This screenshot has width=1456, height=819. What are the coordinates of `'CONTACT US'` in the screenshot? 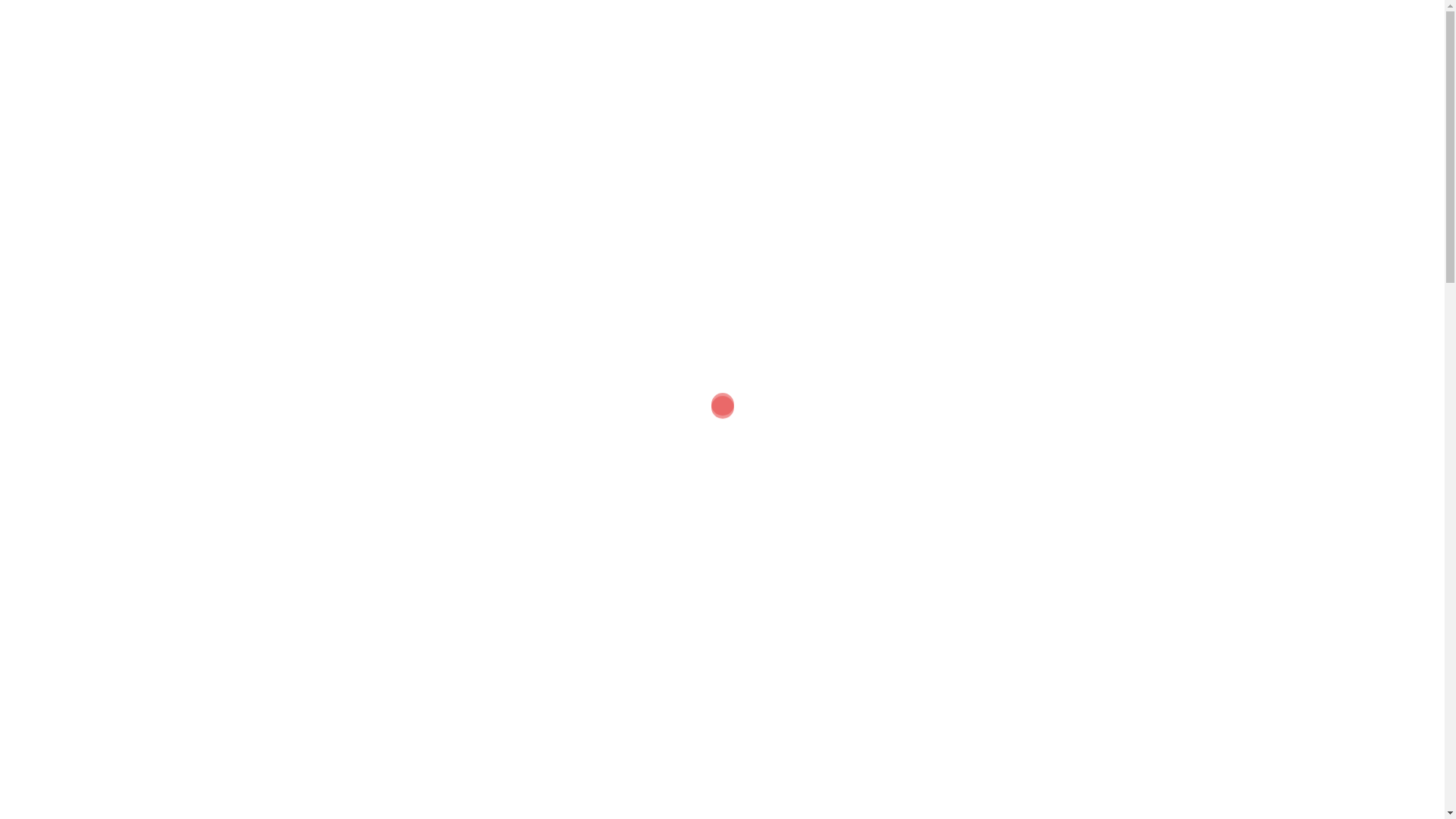 It's located at (1058, 71).